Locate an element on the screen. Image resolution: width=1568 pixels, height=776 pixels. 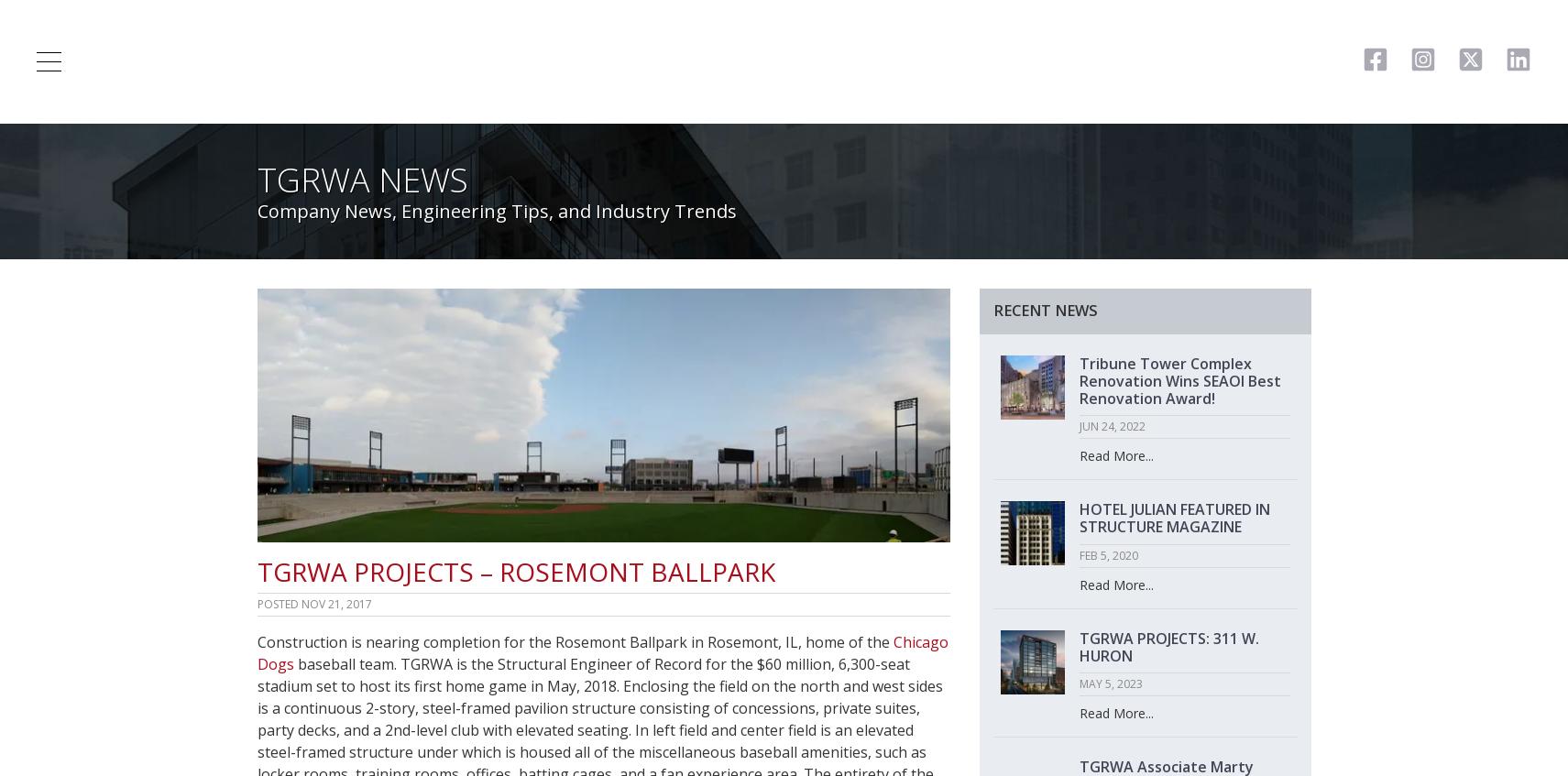
'TGRWA Projects – Rosemont Ballpark' is located at coordinates (515, 570).